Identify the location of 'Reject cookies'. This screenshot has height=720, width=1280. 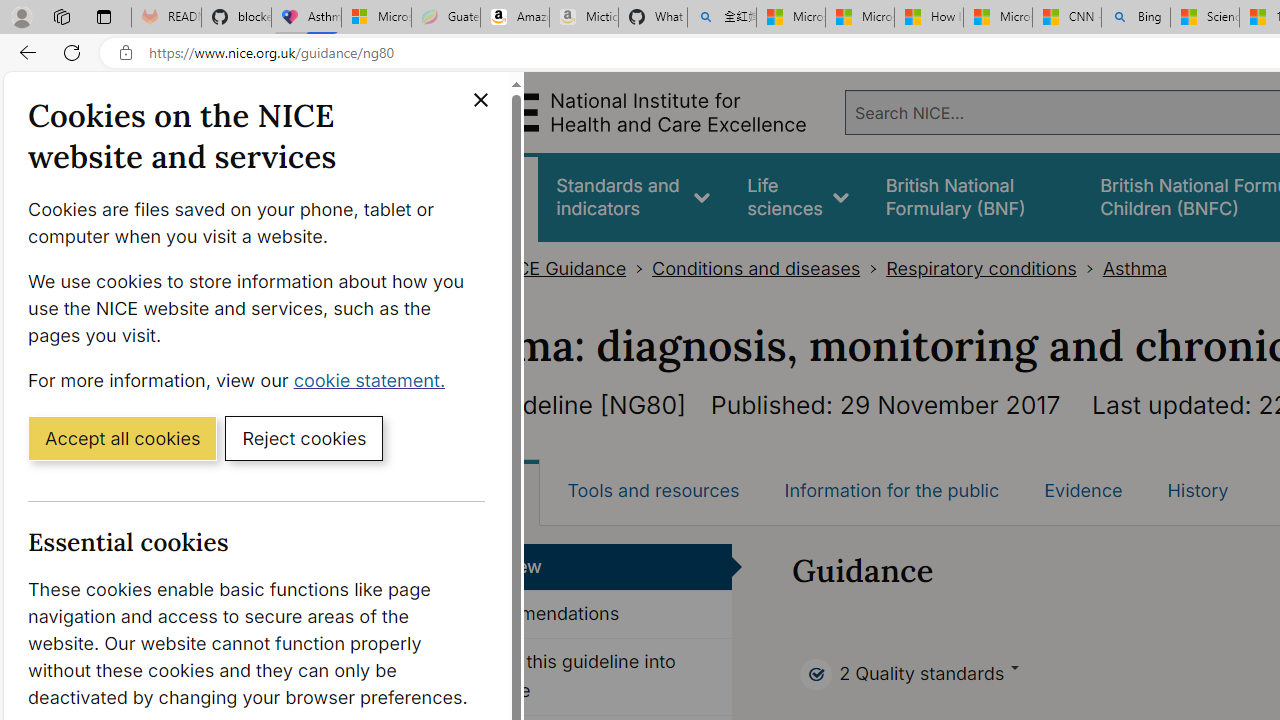
(303, 436).